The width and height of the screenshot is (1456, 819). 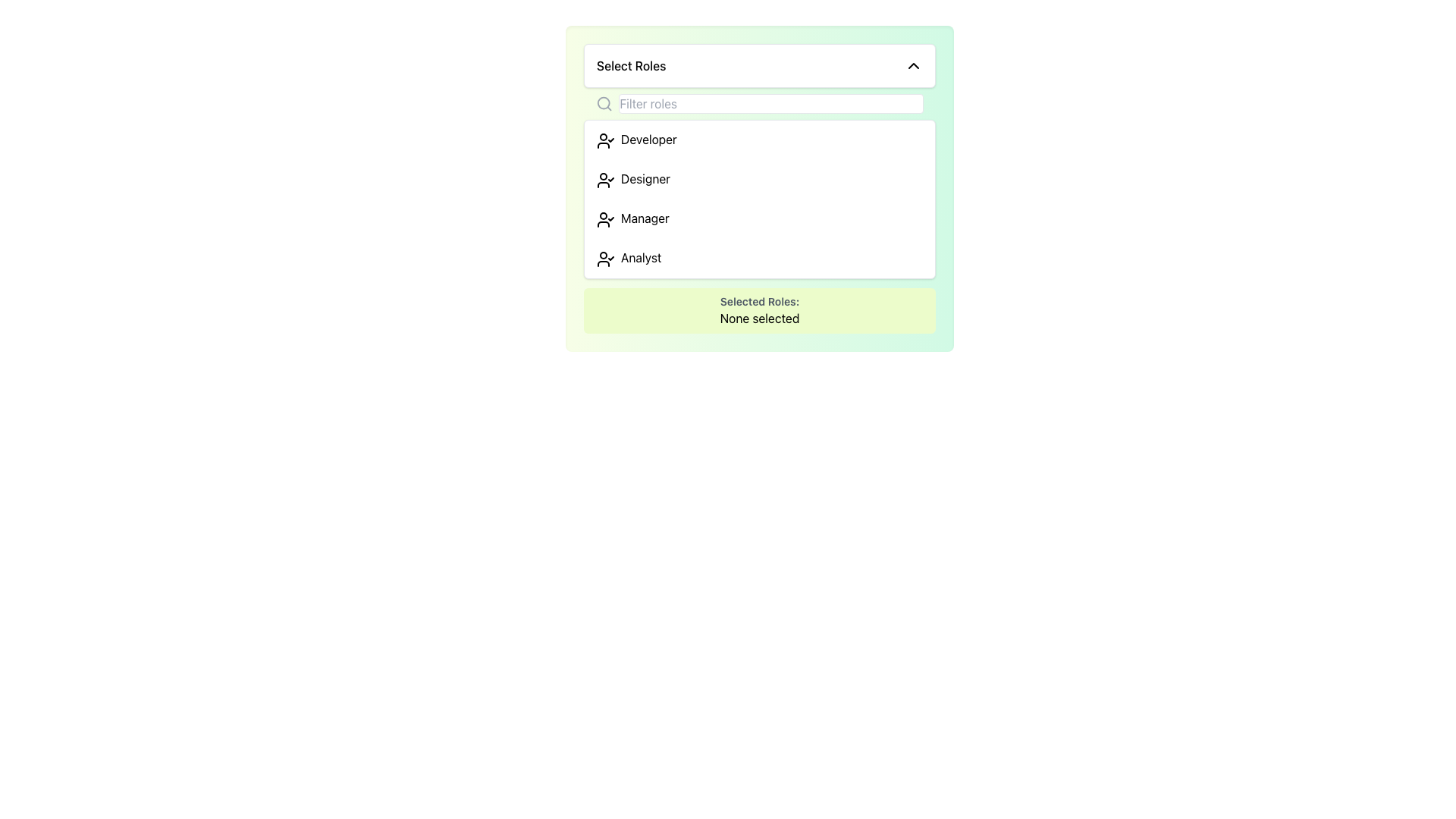 I want to click on the button used to add the 'Designer' role, located at the far right of the list item, so click(x=904, y=178).